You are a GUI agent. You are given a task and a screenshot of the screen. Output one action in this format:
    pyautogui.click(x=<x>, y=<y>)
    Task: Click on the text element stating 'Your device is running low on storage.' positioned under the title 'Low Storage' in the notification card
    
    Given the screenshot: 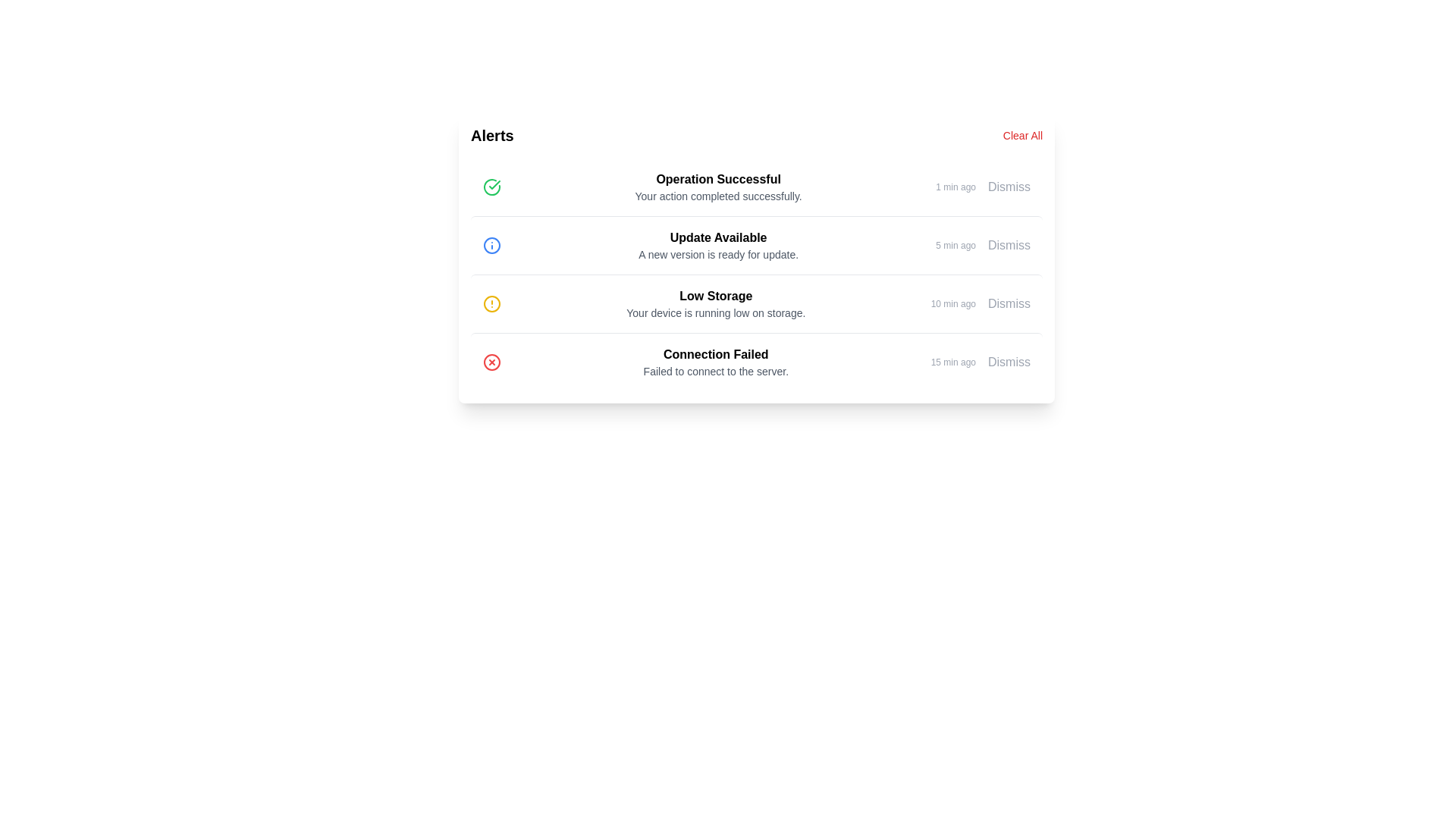 What is the action you would take?
    pyautogui.click(x=715, y=312)
    